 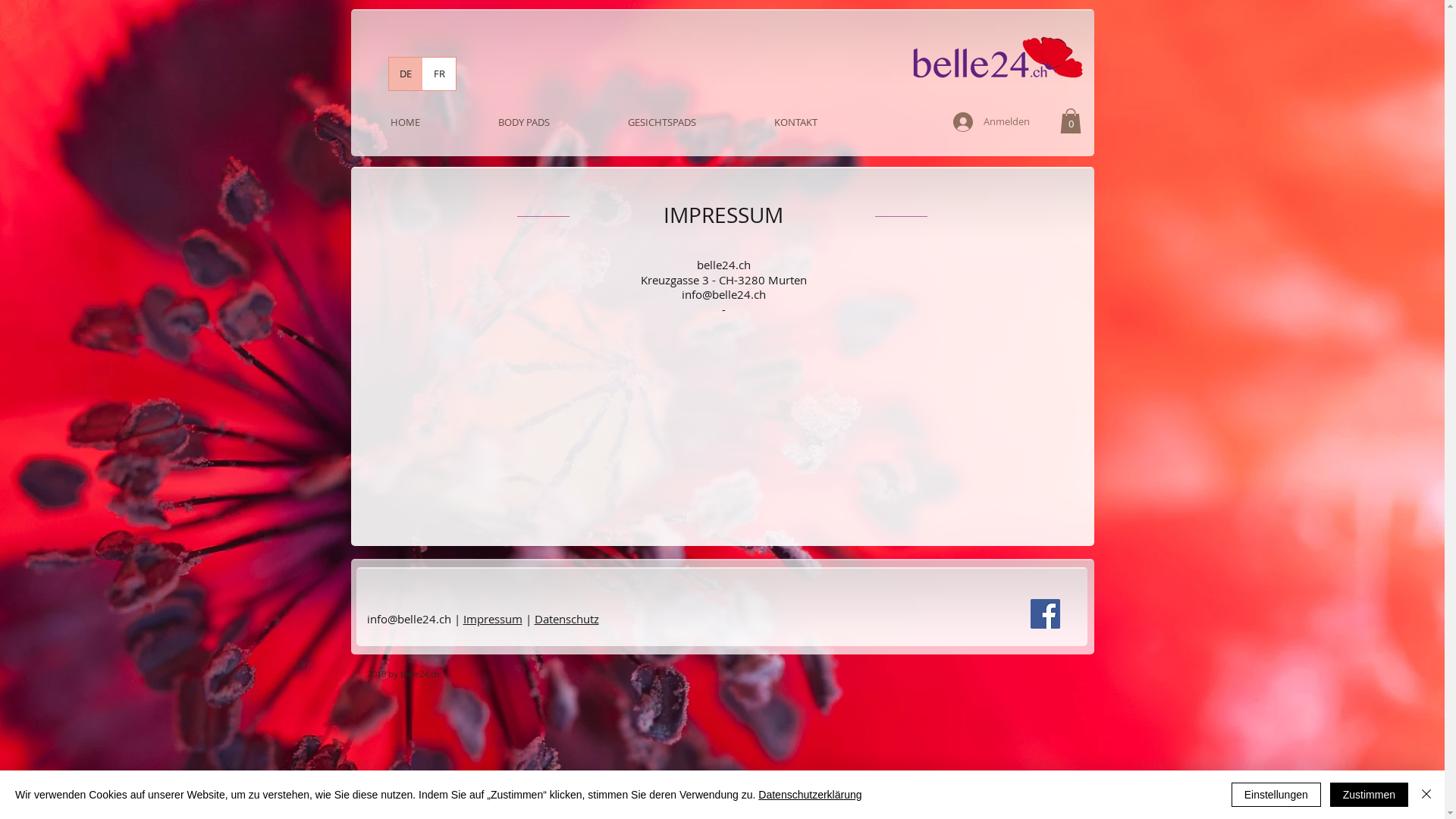 I want to click on 'KONTAKT', so click(x=795, y=121).